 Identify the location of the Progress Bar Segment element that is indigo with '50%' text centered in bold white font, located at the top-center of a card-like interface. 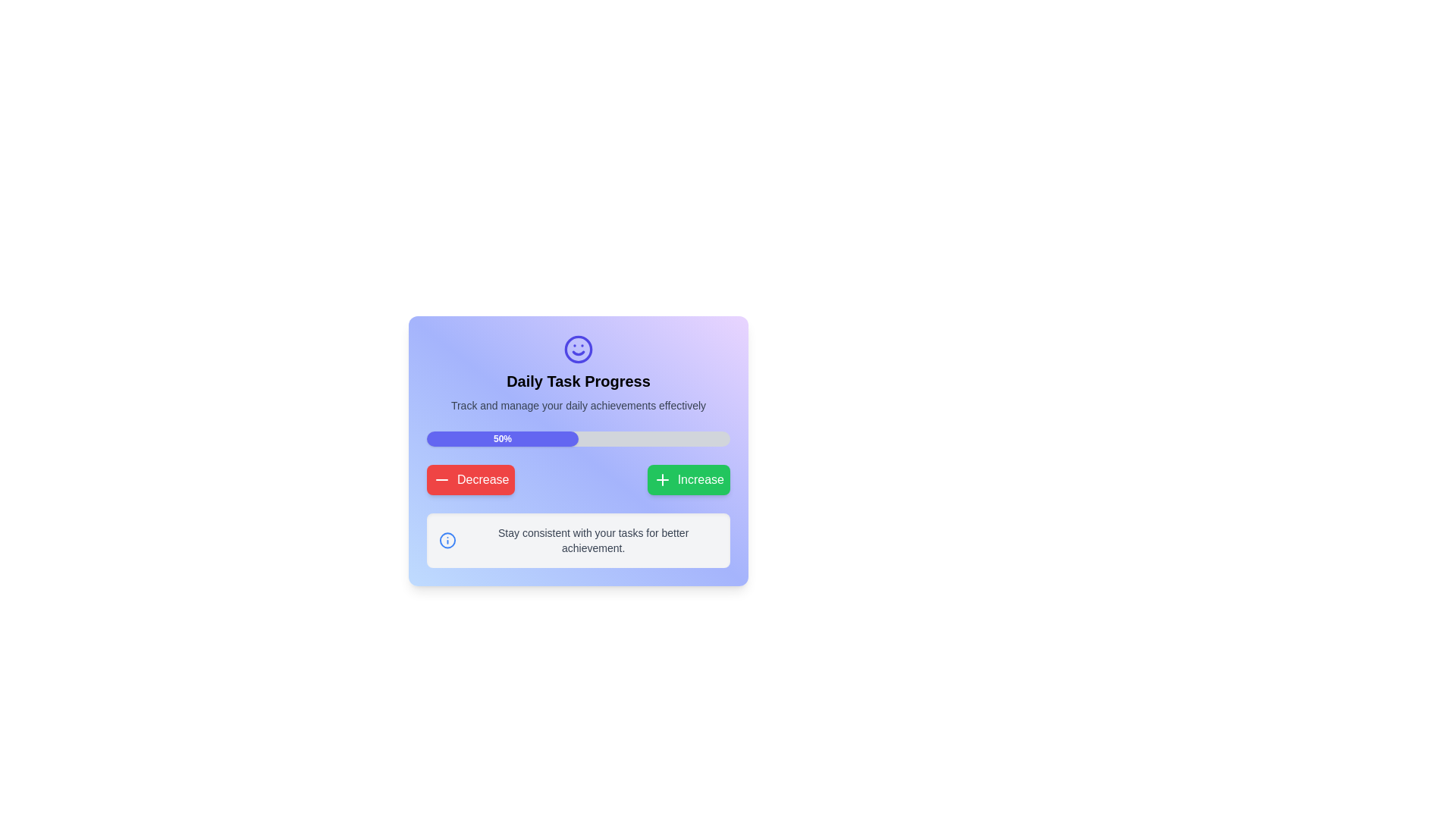
(502, 438).